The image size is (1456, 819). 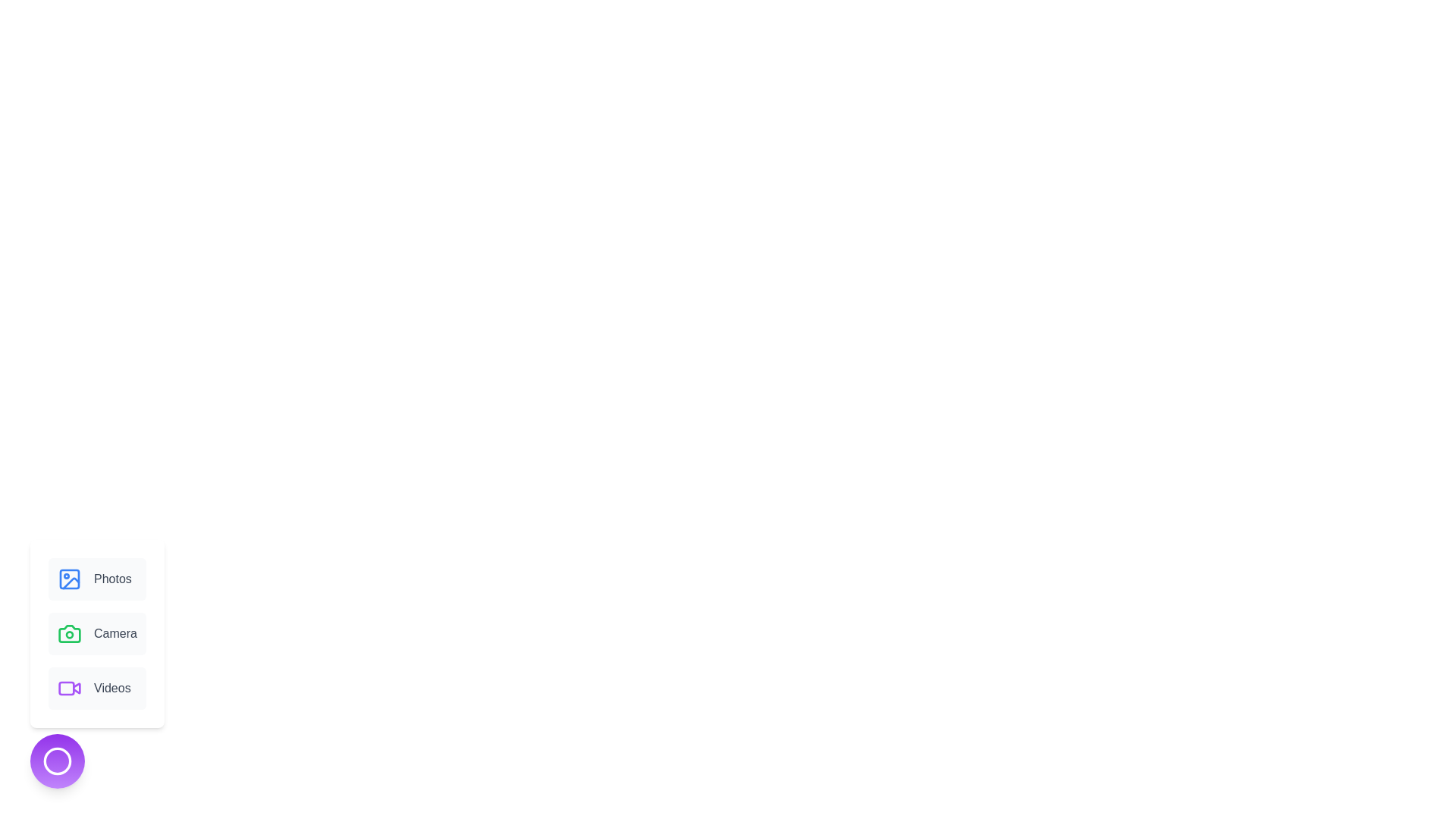 What do you see at coordinates (96, 634) in the screenshot?
I see `the Camera option from the available options` at bounding box center [96, 634].